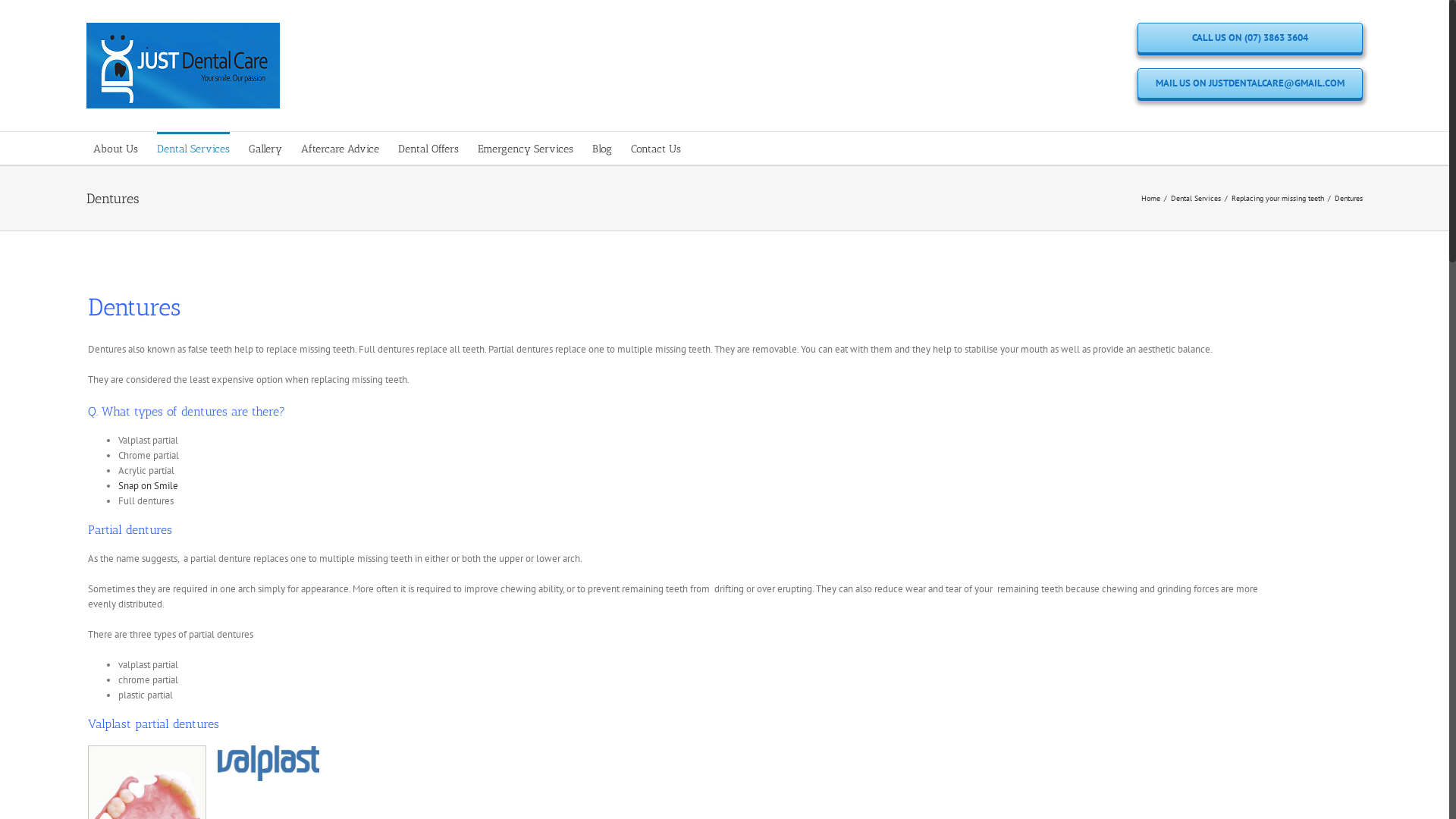  What do you see at coordinates (655, 148) in the screenshot?
I see `'Contact Us'` at bounding box center [655, 148].